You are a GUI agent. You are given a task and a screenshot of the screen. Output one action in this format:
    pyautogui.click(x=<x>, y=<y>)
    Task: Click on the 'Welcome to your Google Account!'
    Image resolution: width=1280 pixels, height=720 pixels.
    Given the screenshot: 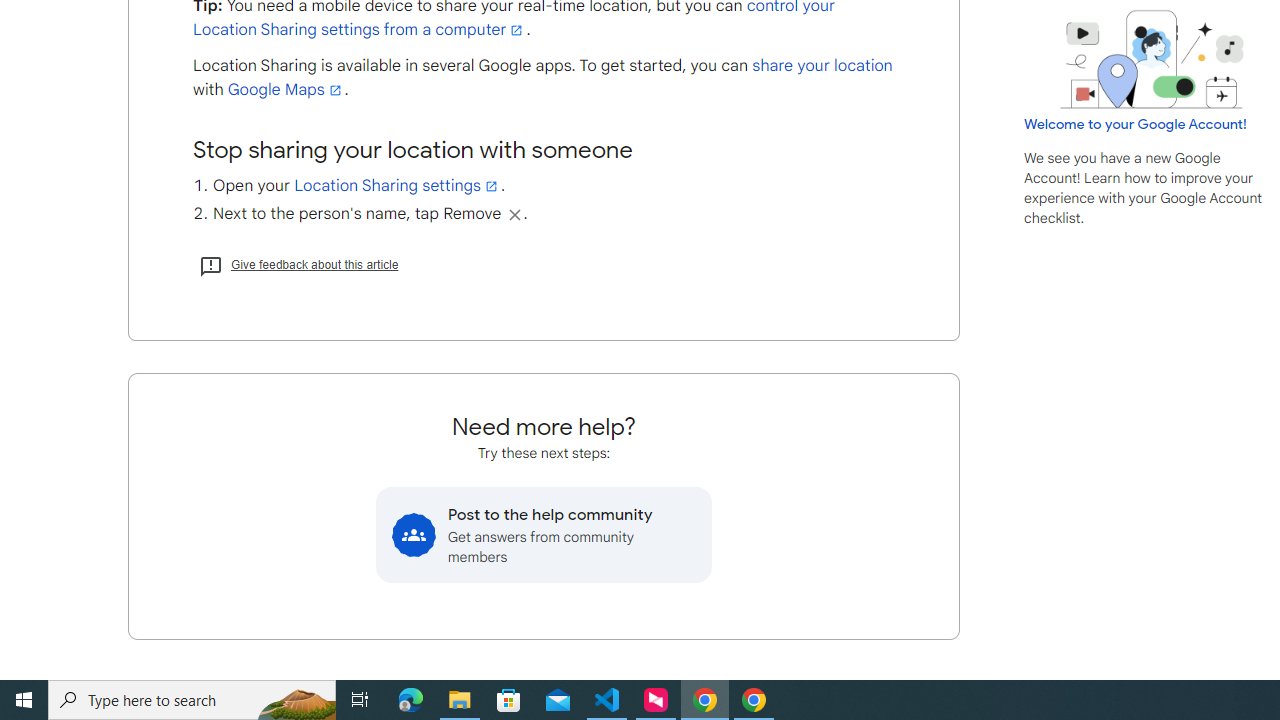 What is the action you would take?
    pyautogui.click(x=1135, y=124)
    